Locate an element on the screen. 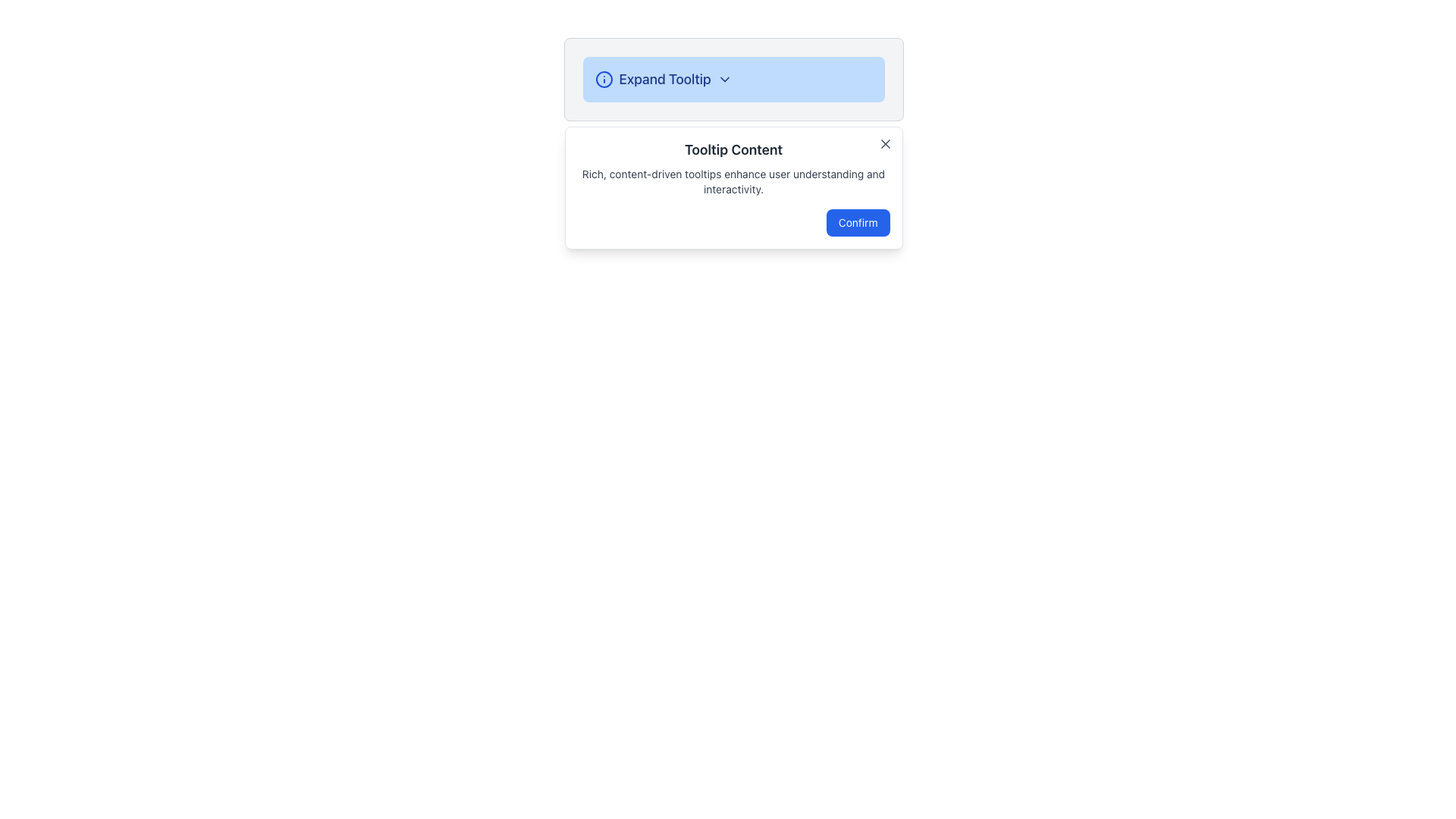 This screenshot has width=1456, height=819. the Text Label displaying 'Rich, content-driven tooltips enhance user understanding and interactivity.' which is located below the title 'Tooltip Content' and above the 'Confirm' button is located at coordinates (733, 180).